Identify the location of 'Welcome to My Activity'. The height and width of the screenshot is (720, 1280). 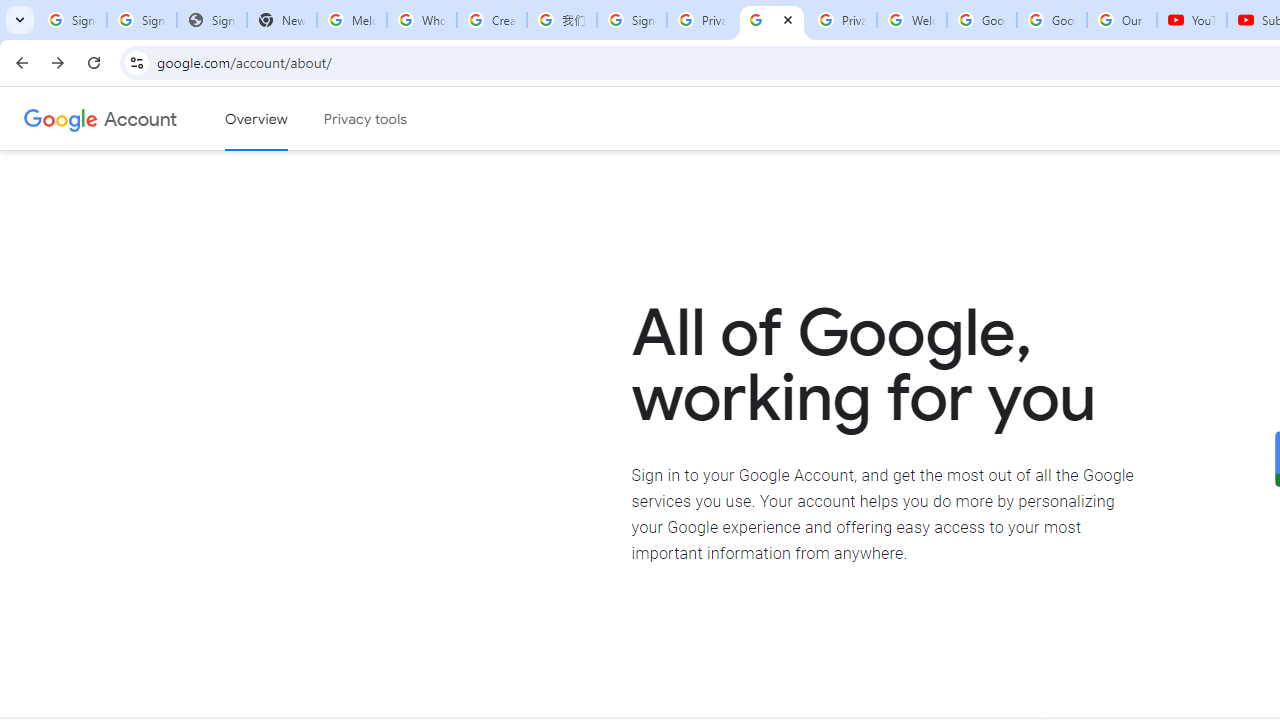
(911, 20).